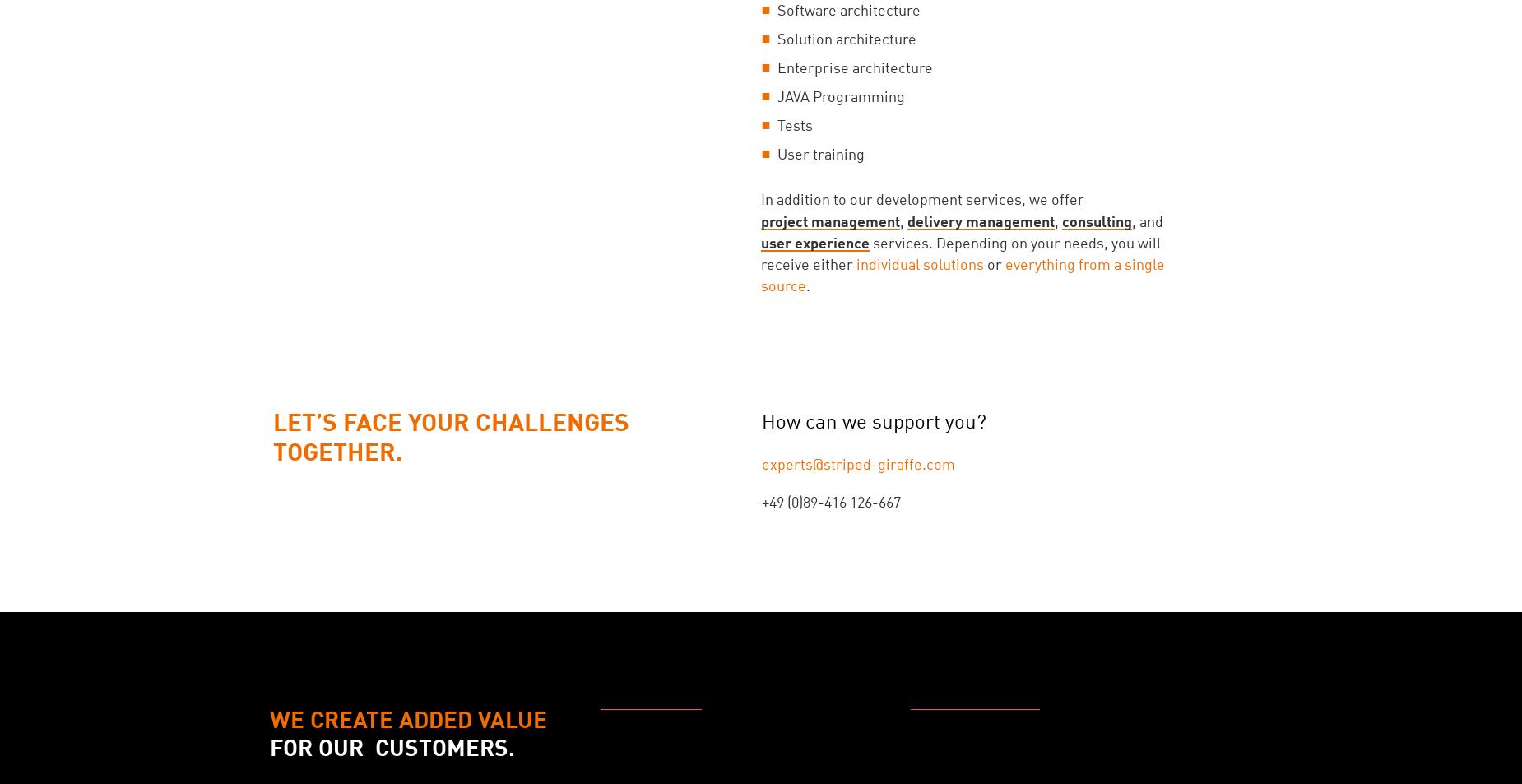 Image resolution: width=1522 pixels, height=784 pixels. I want to click on 'User training', so click(776, 154).